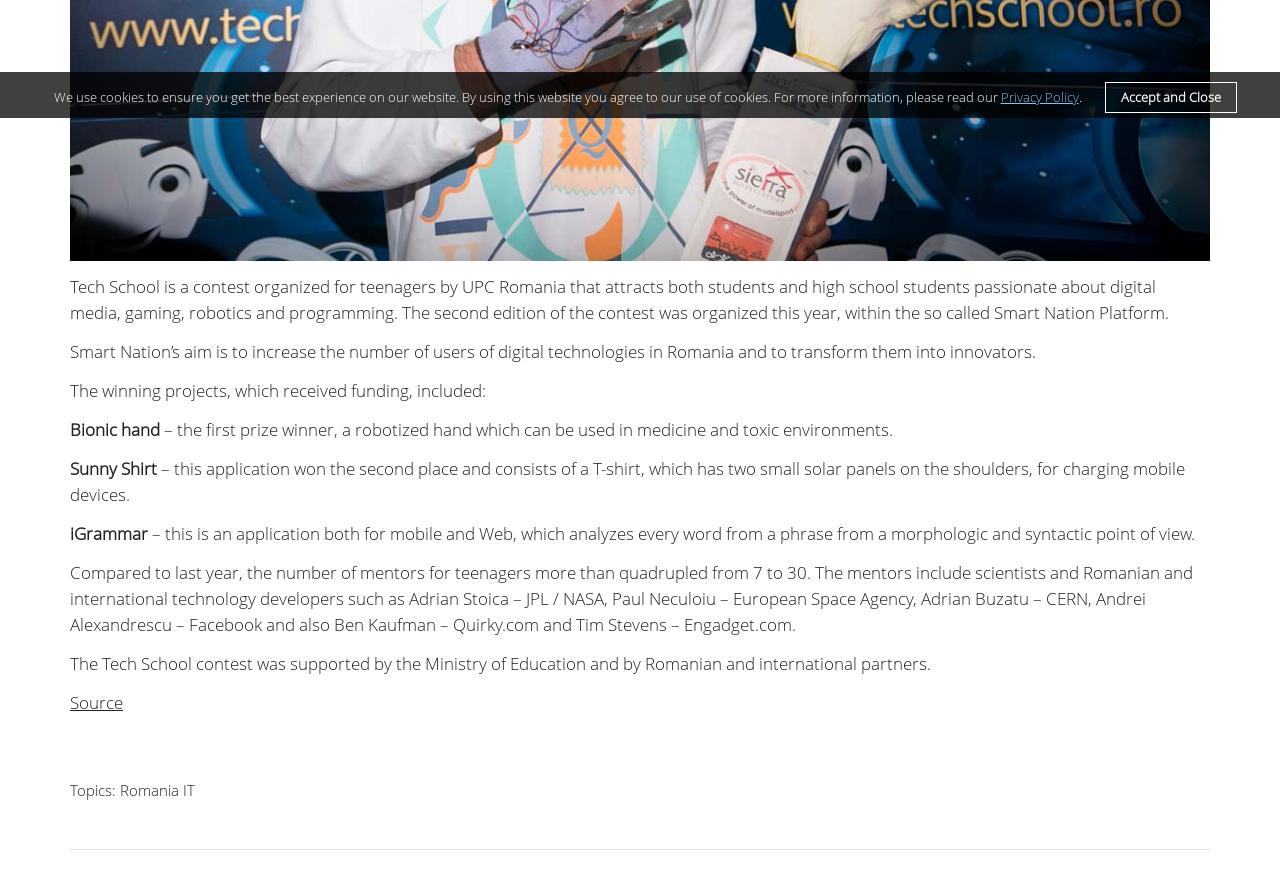  I want to click on 'iGrammar', so click(108, 533).